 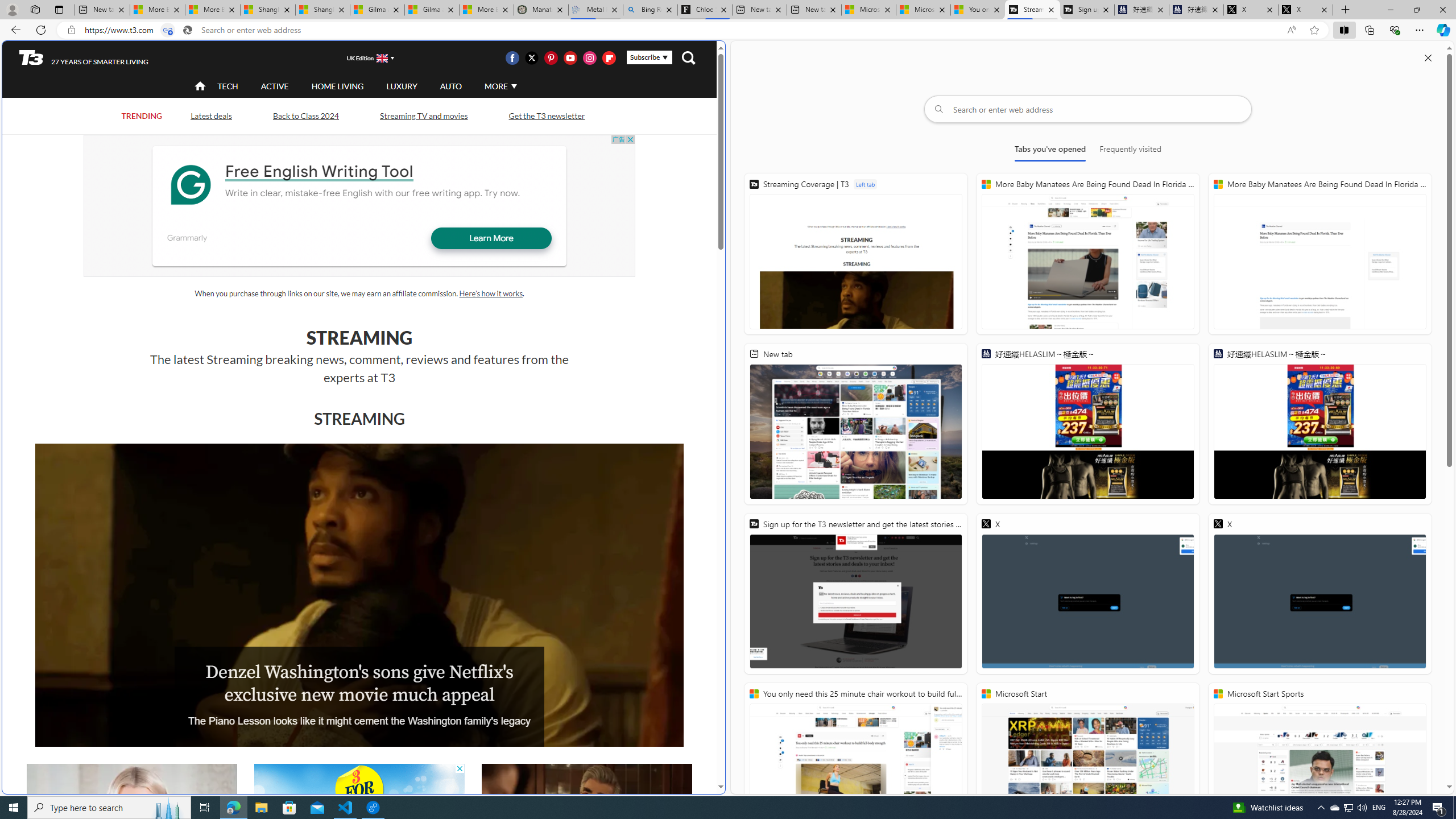 I want to click on 'Streaming TV and movies', so click(x=423, y=115).